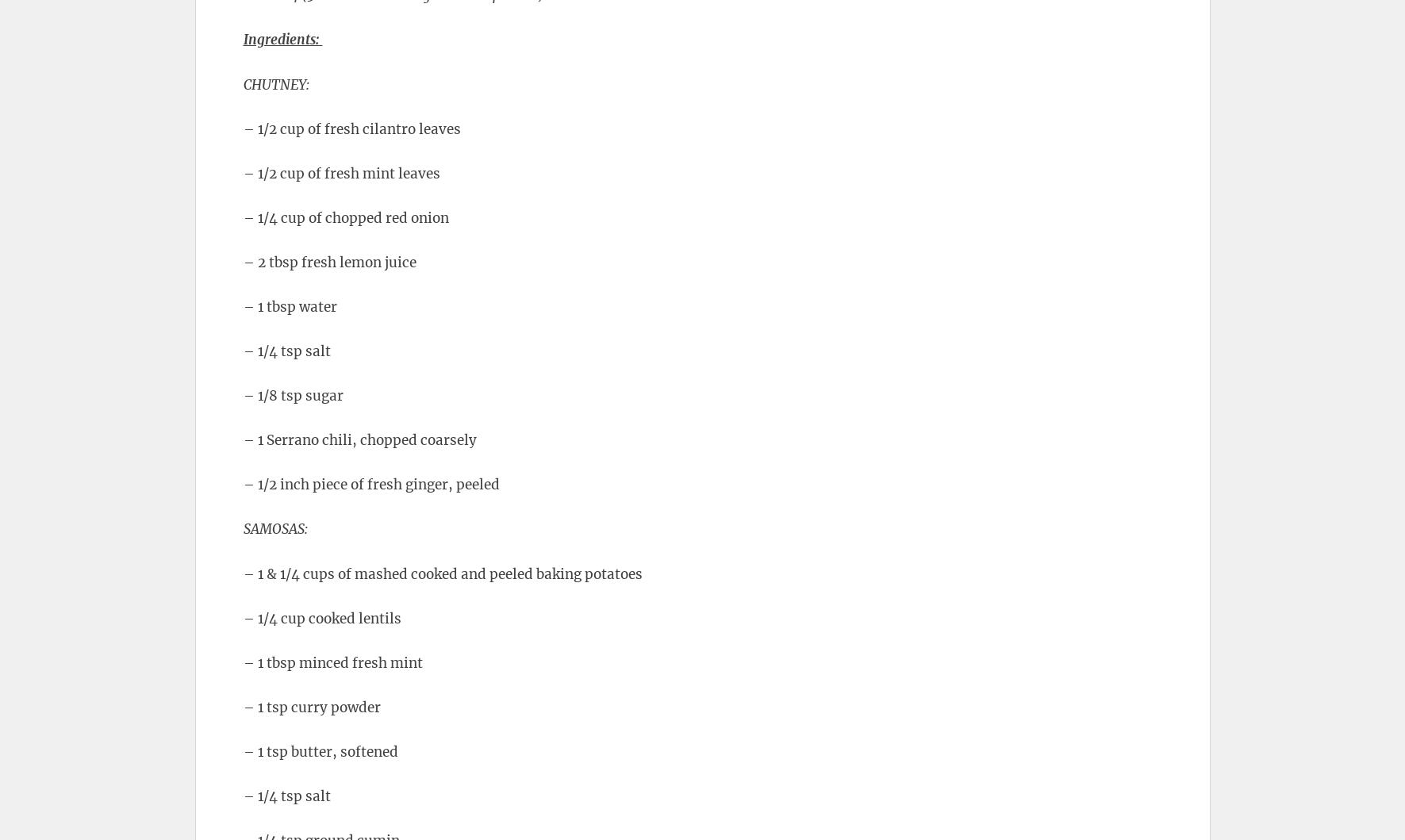 This screenshot has height=840, width=1405. I want to click on '– 1 tbsp minced fresh mint', so click(332, 662).